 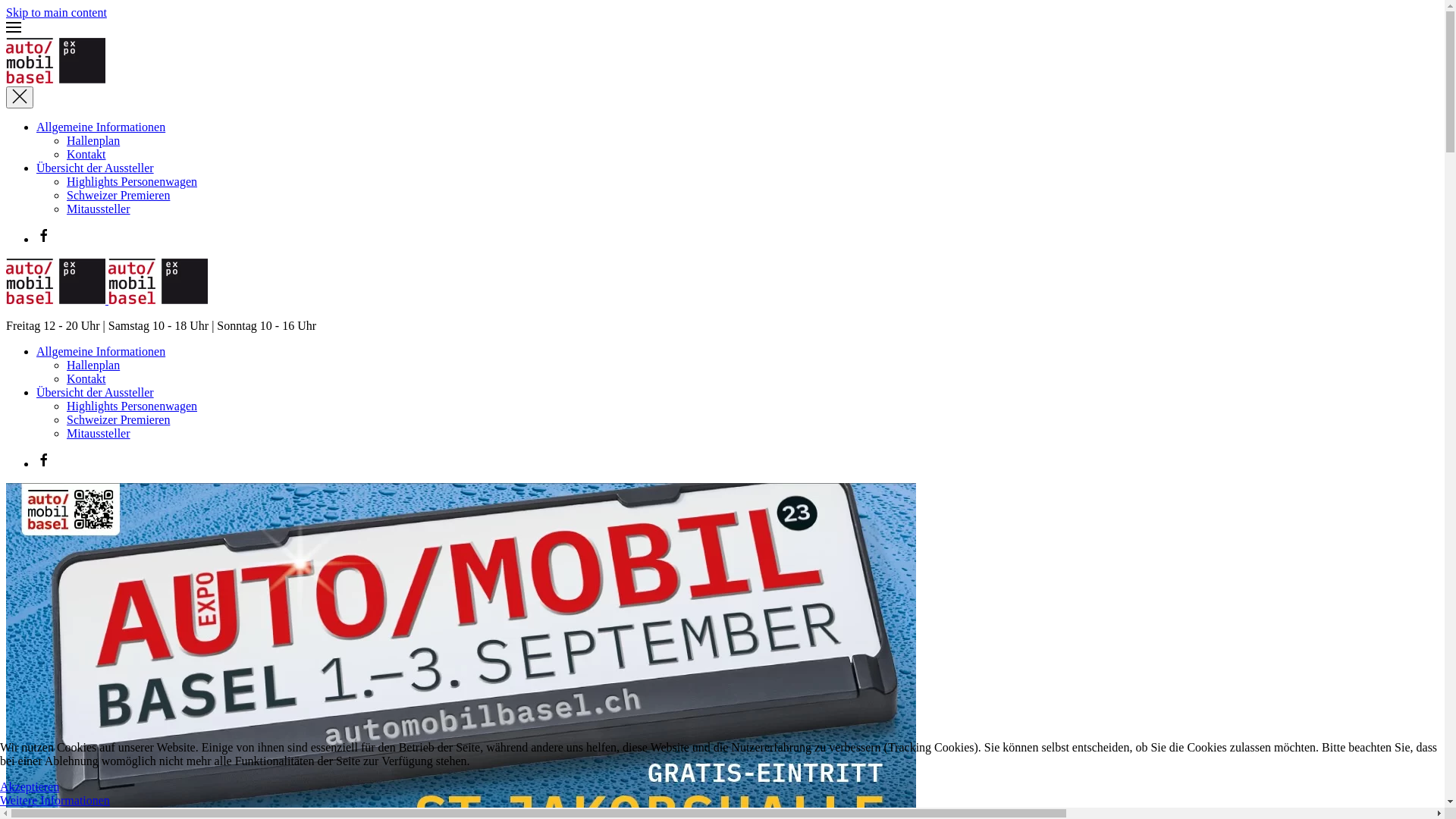 I want to click on 'Schweizer Premieren', so click(x=118, y=419).